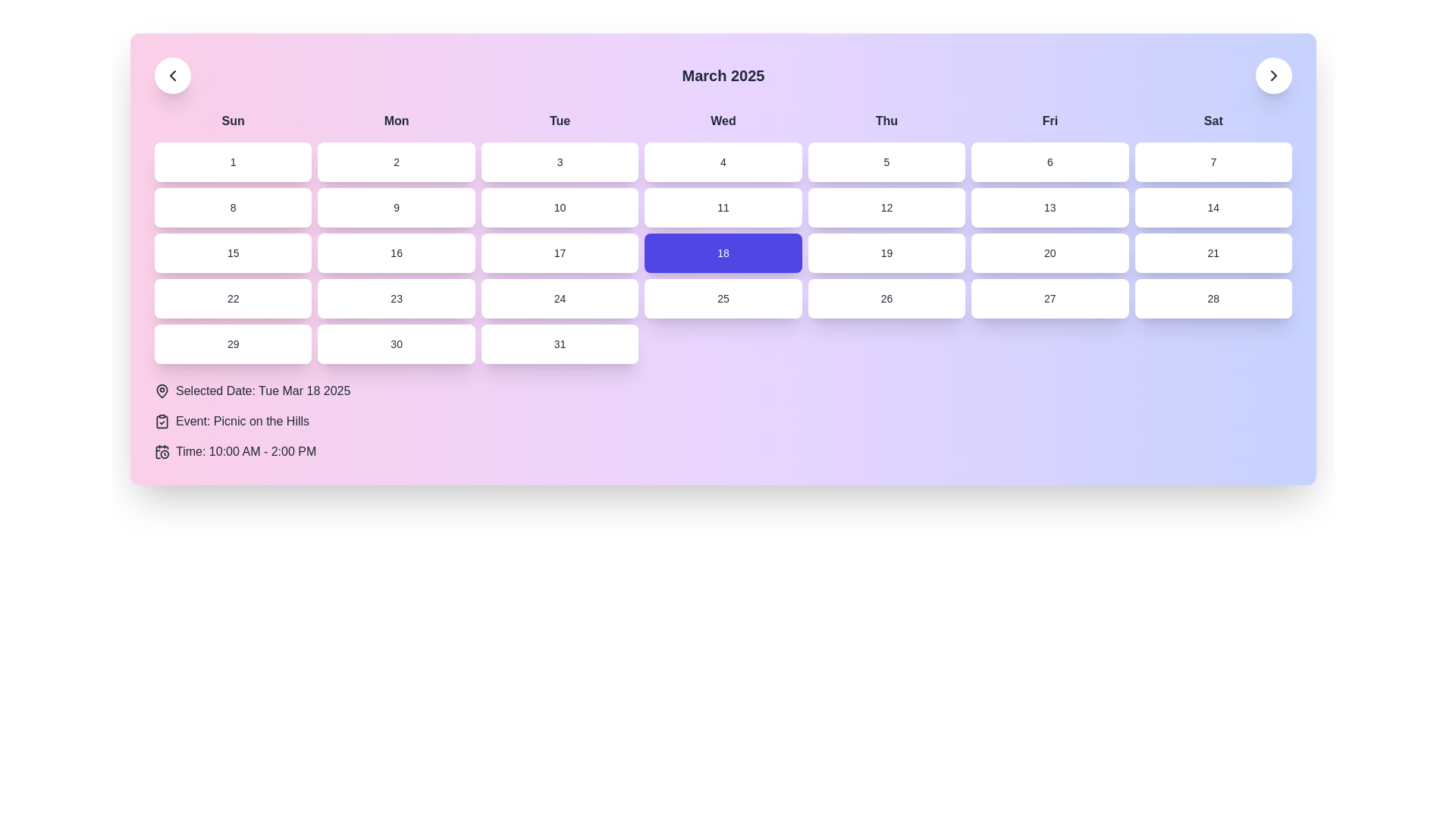 This screenshot has height=819, width=1456. What do you see at coordinates (397, 120) in the screenshot?
I see `the label indicating 'Monday' in the calendar grid layout, which is positioned between 'Sun' and 'Tue'` at bounding box center [397, 120].